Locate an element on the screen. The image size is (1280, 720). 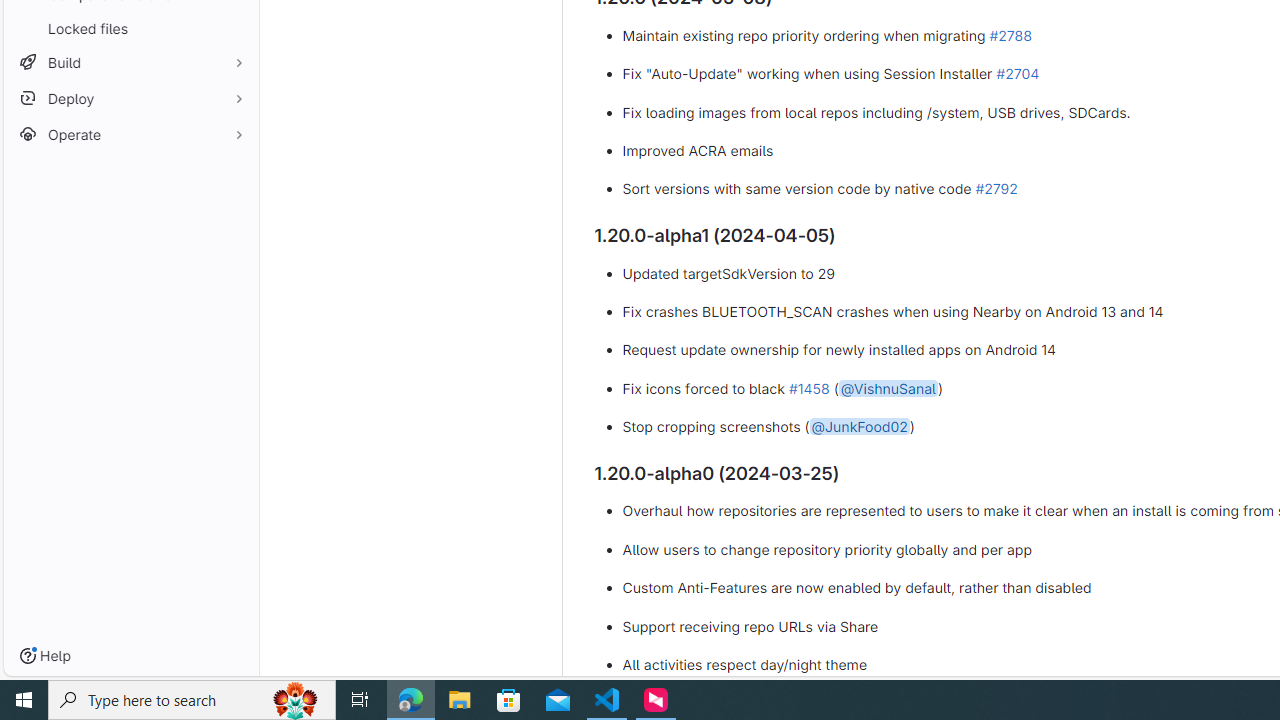
'Operate' is located at coordinates (130, 134).